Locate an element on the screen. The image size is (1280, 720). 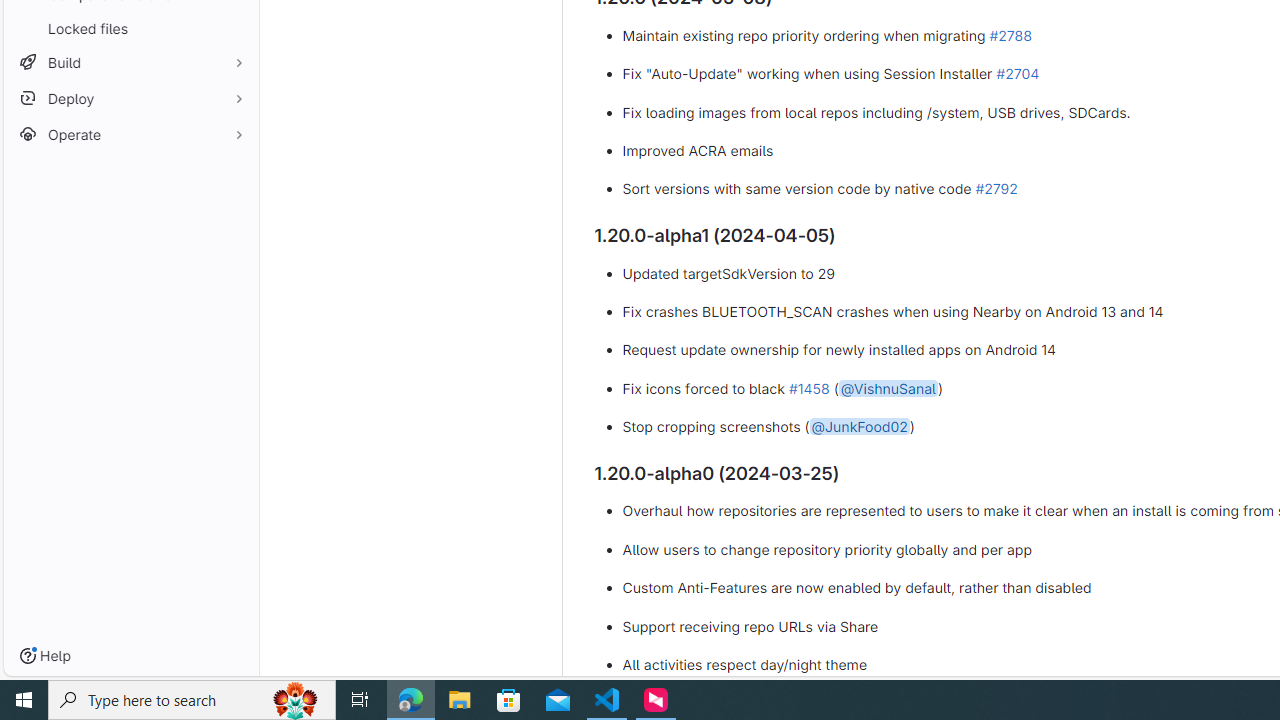
'Operate' is located at coordinates (130, 134).